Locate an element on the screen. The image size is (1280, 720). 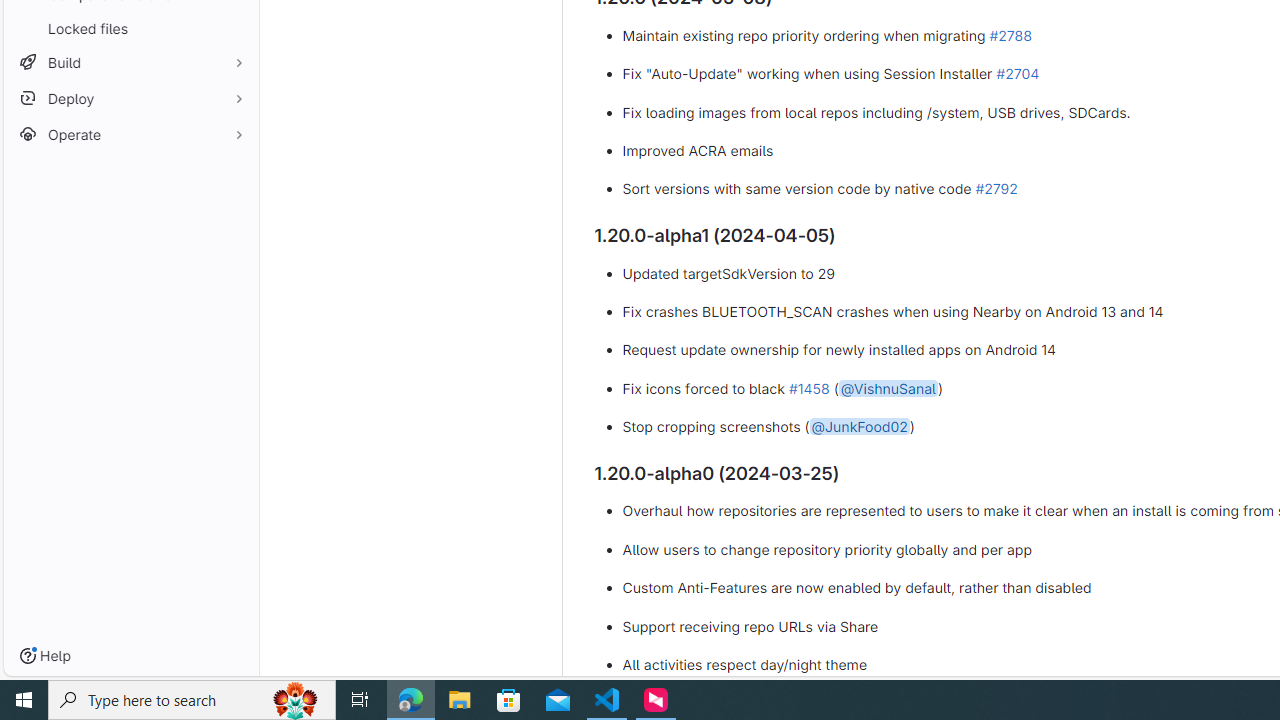
'Operate' is located at coordinates (130, 134).